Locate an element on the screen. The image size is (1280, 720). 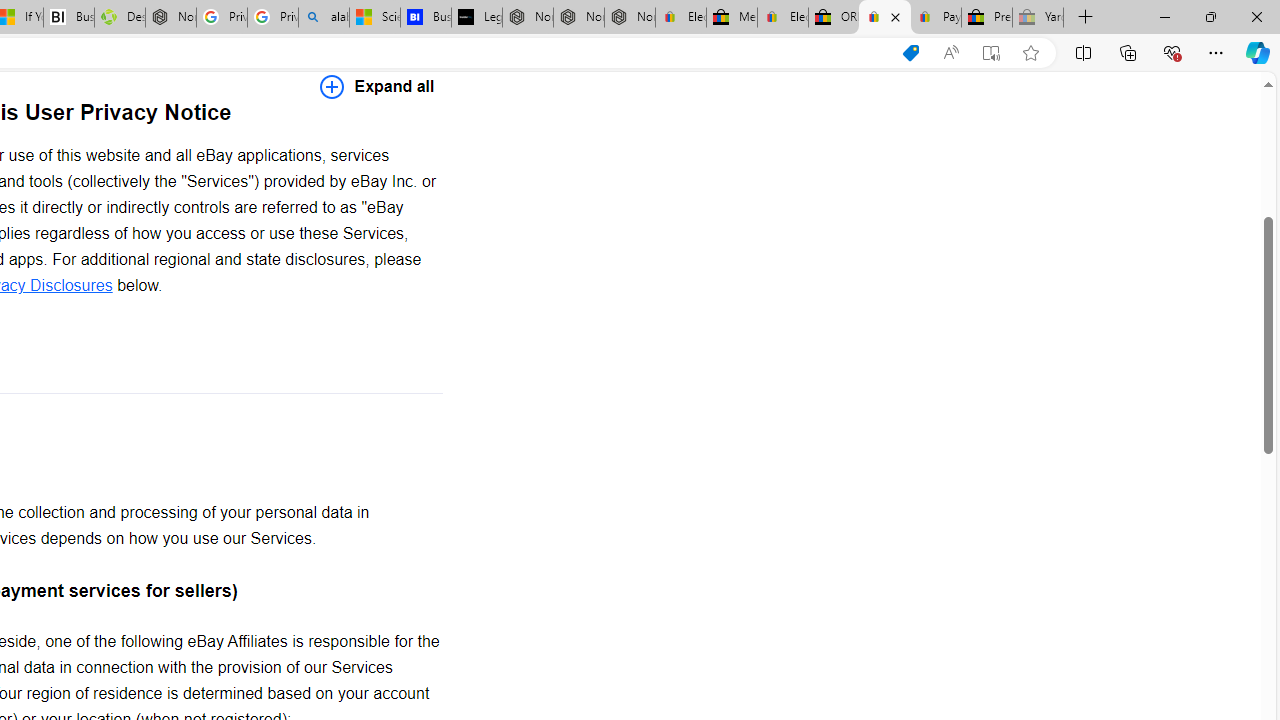
'Descarga Driver Updater' is located at coordinates (118, 17).